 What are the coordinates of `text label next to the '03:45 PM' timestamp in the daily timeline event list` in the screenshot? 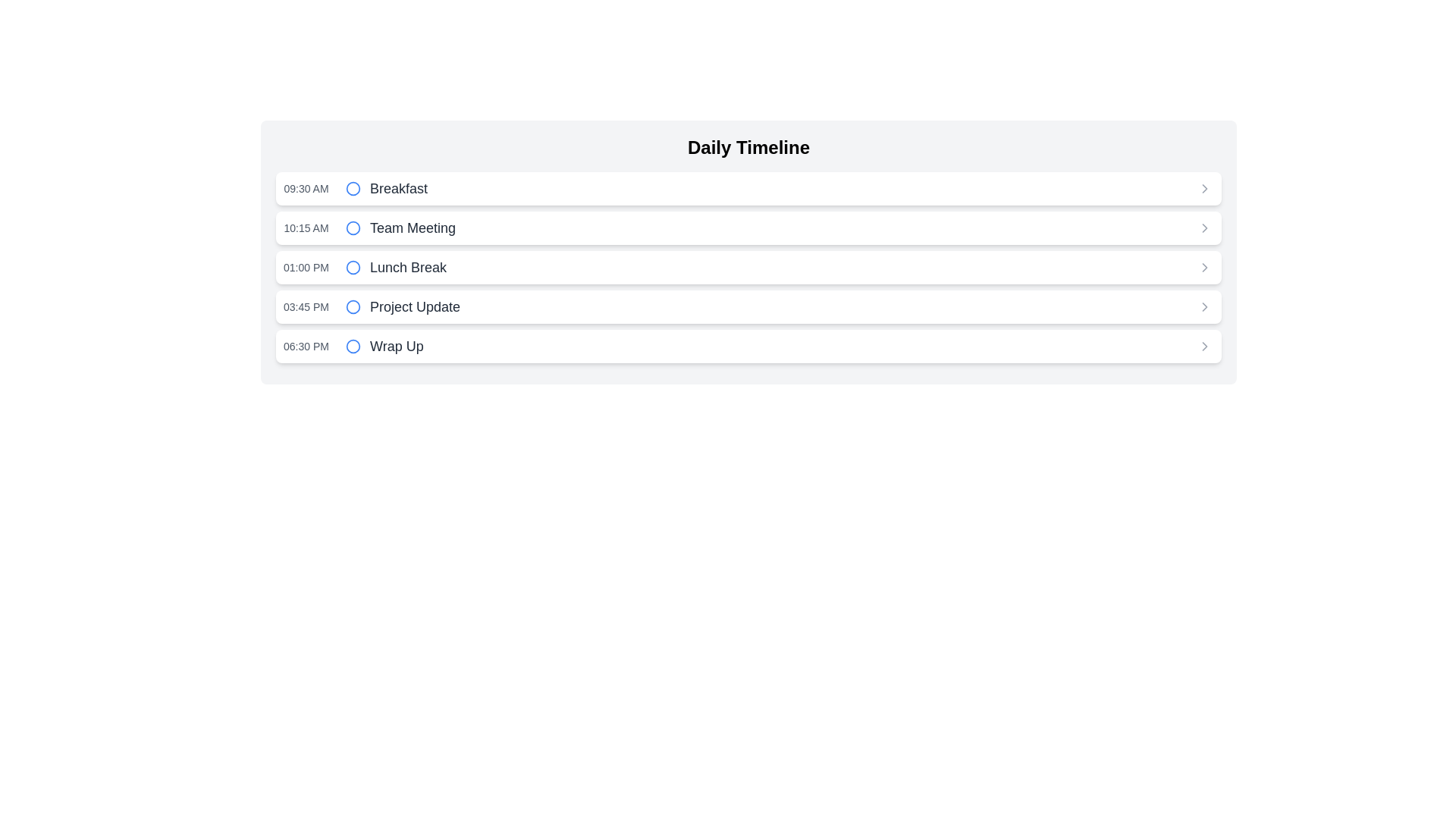 It's located at (415, 307).